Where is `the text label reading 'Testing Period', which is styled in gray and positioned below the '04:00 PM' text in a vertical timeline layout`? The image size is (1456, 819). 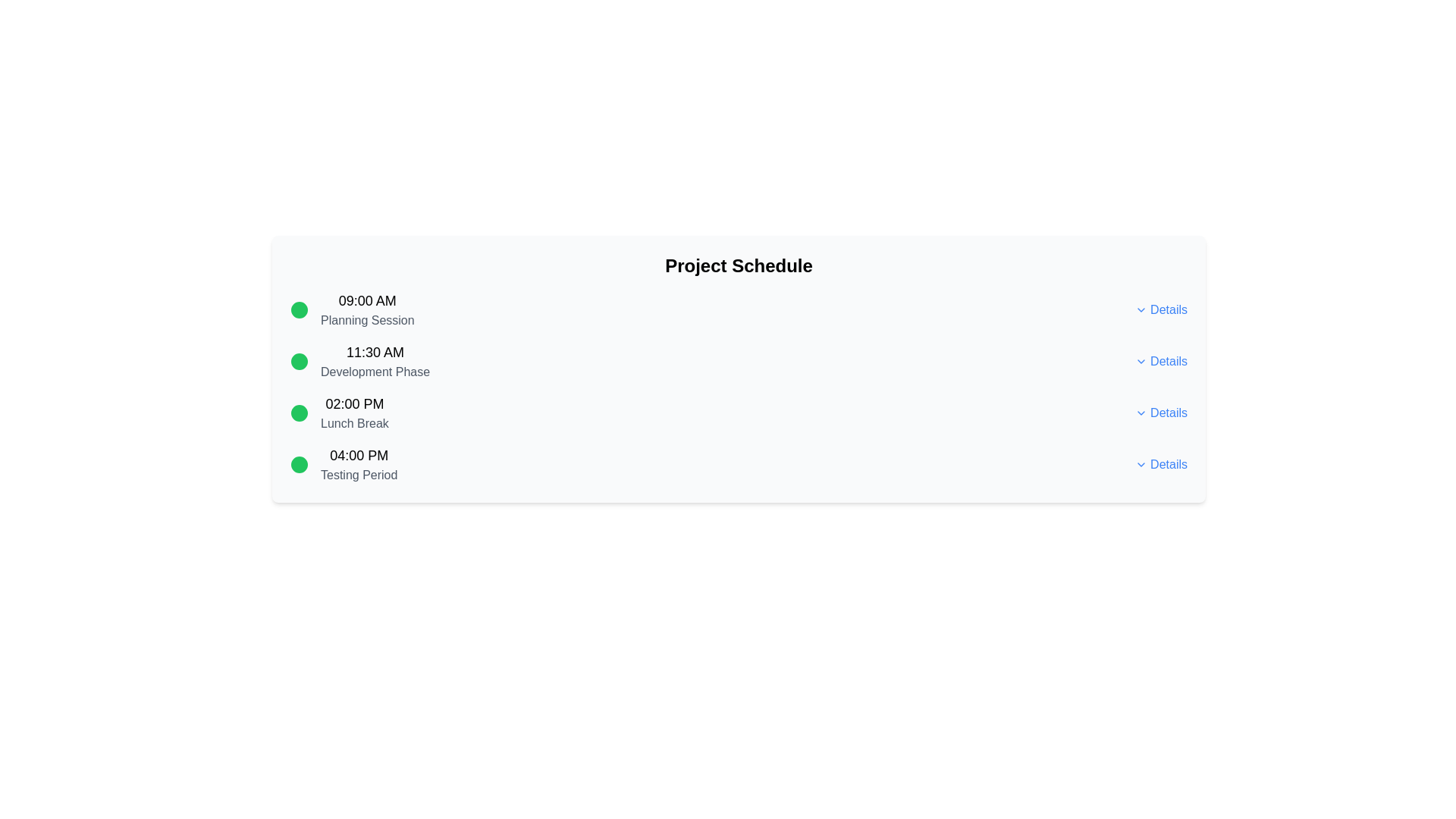 the text label reading 'Testing Period', which is styled in gray and positioned below the '04:00 PM' text in a vertical timeline layout is located at coordinates (358, 475).